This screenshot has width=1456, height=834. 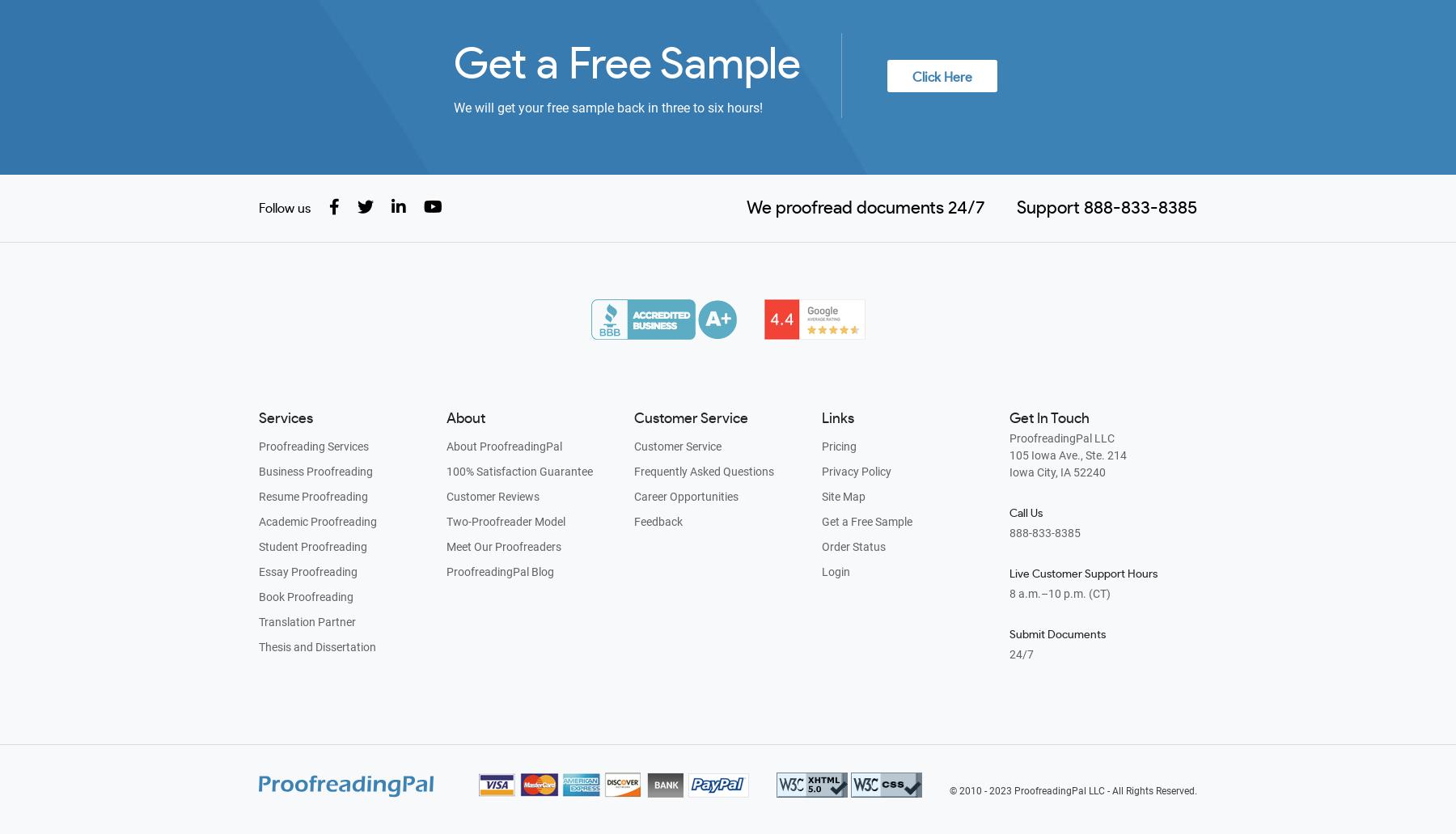 I want to click on 'Order Status', so click(x=821, y=547).